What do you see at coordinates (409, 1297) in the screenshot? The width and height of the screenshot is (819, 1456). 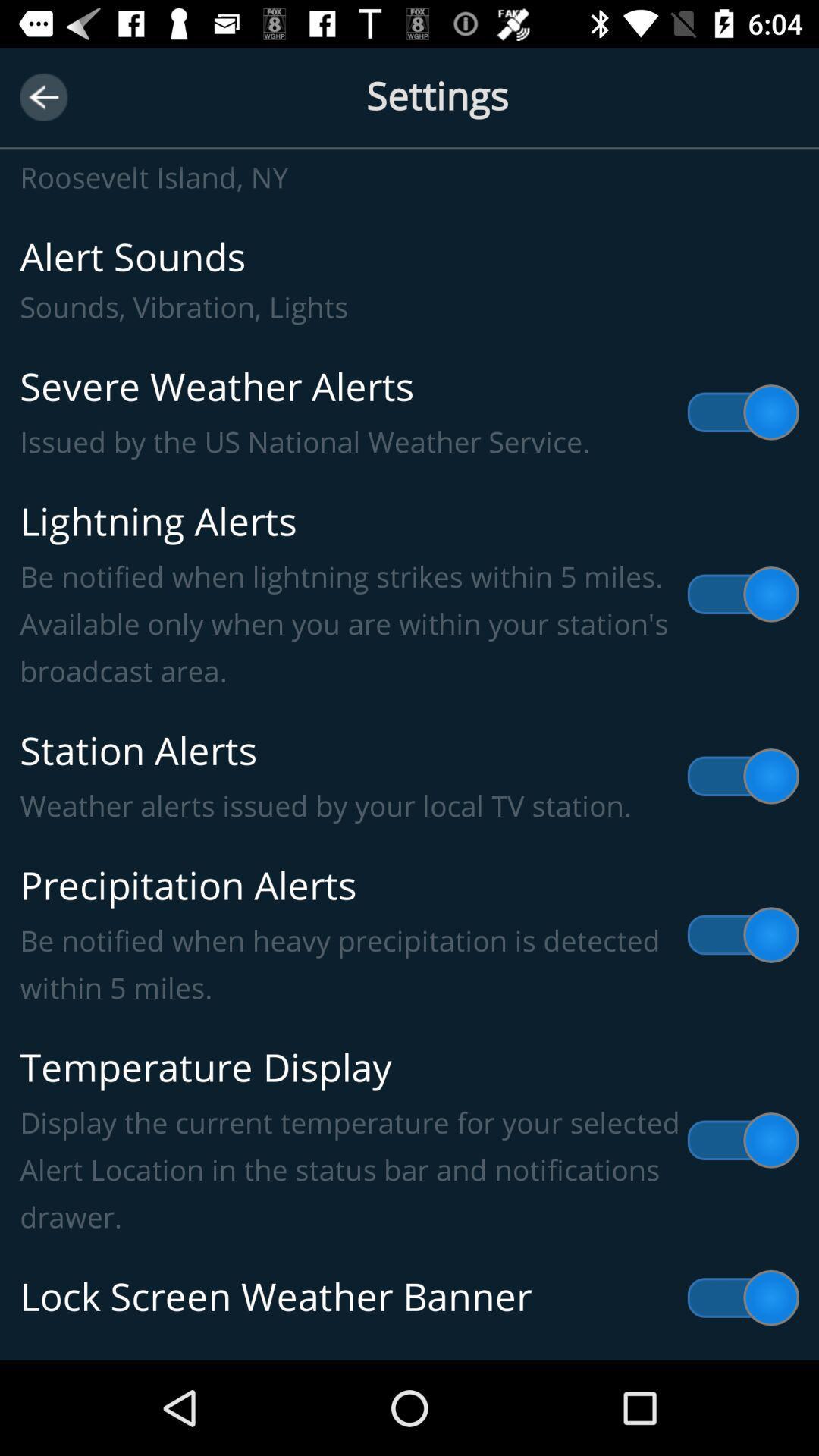 I see `lock screen weather item` at bounding box center [409, 1297].